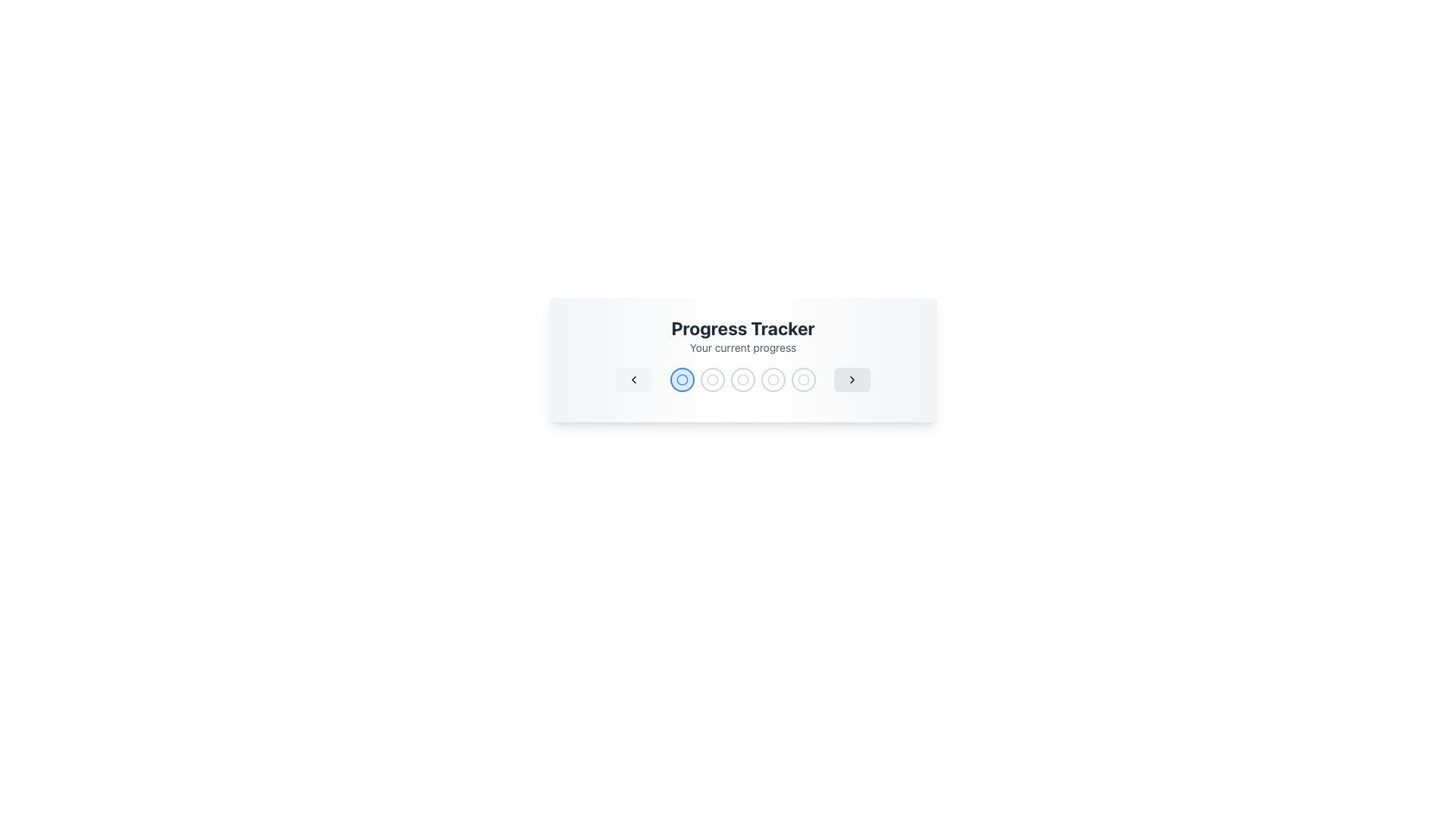 The height and width of the screenshot is (819, 1456). Describe the element at coordinates (852, 379) in the screenshot. I see `the button with a rounded rectangular shape and a right-pointing chevron icon to activate keyboard navigation` at that location.